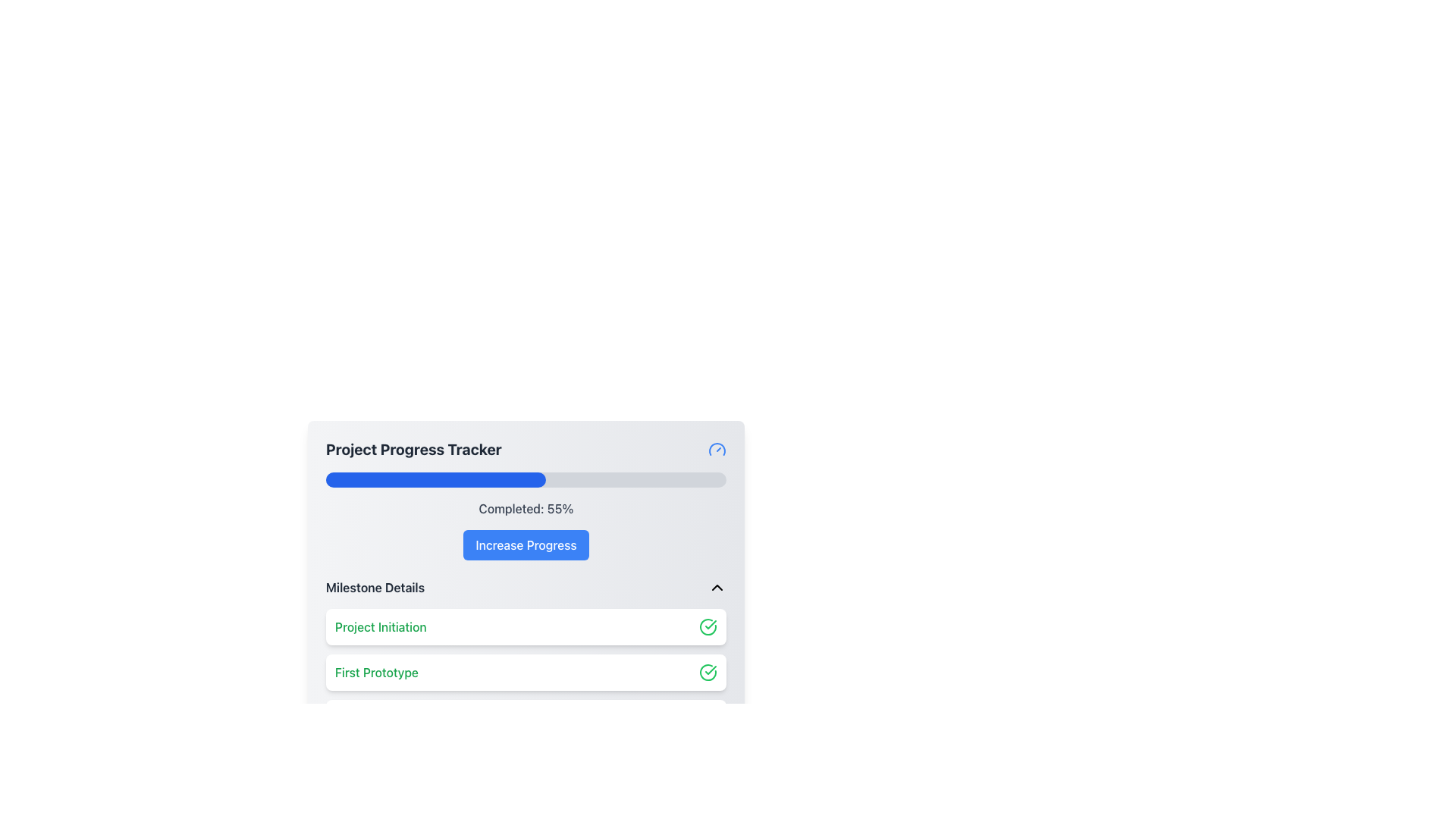 The image size is (1456, 819). What do you see at coordinates (435, 479) in the screenshot?
I see `the progress-filled section of the progress bar, which has a blue background and rounded edges, located under the 'Project Progress Tracker' heading` at bounding box center [435, 479].